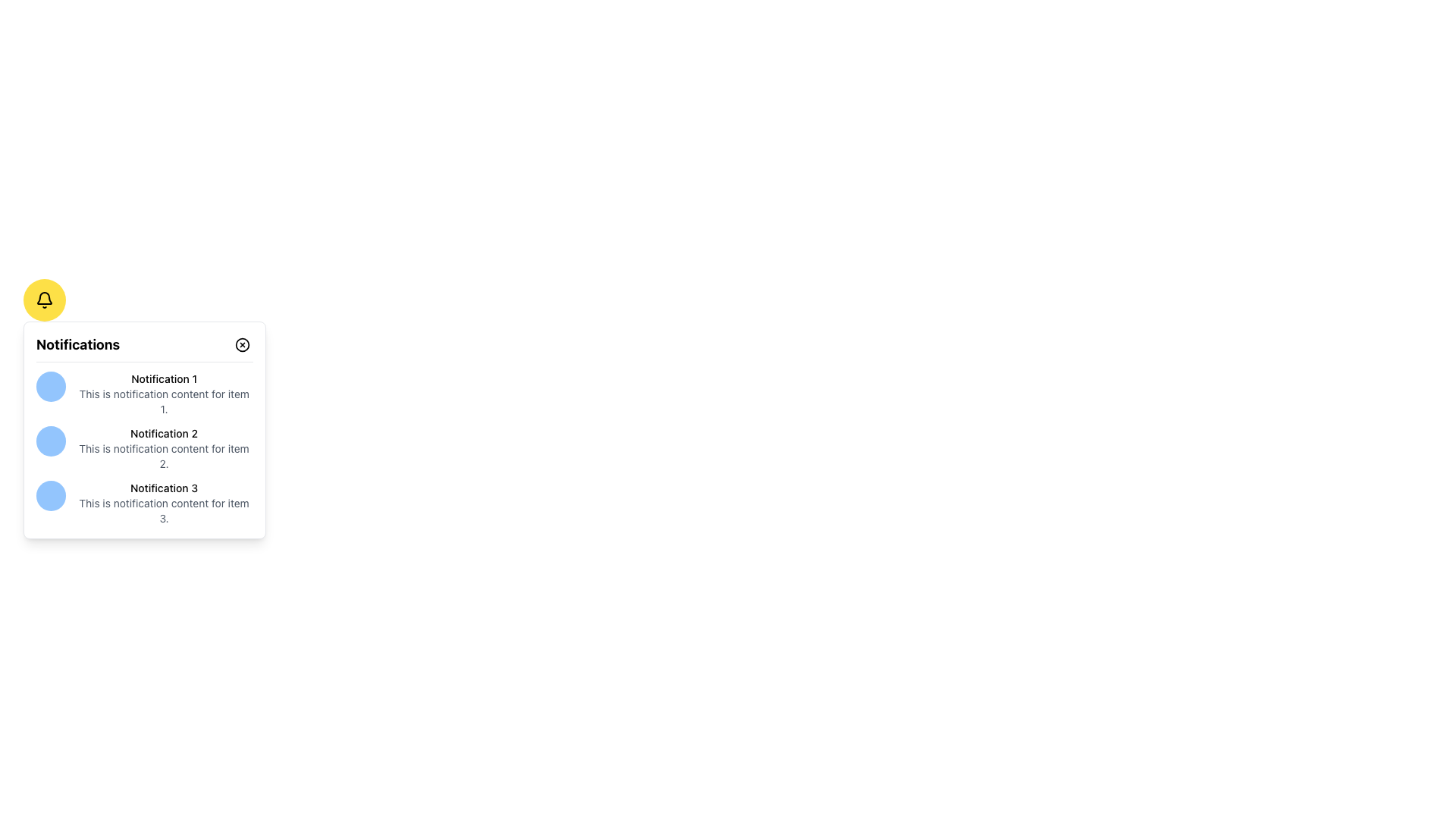  Describe the element at coordinates (51, 385) in the screenshot. I see `the light blue circular Decorative Indicator located to the left of 'Notification 1' in the notification dropdown` at that location.